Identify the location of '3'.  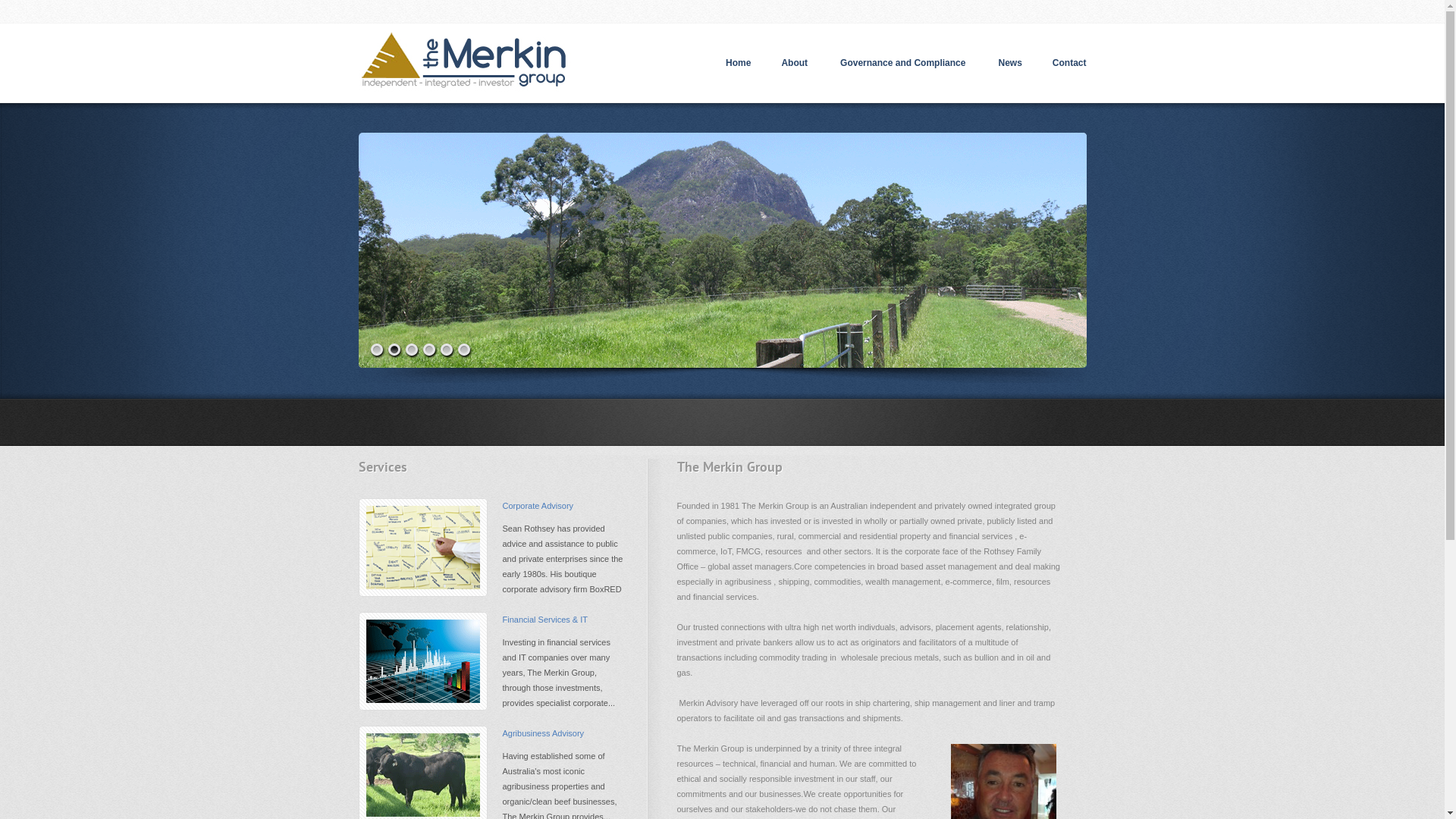
(412, 351).